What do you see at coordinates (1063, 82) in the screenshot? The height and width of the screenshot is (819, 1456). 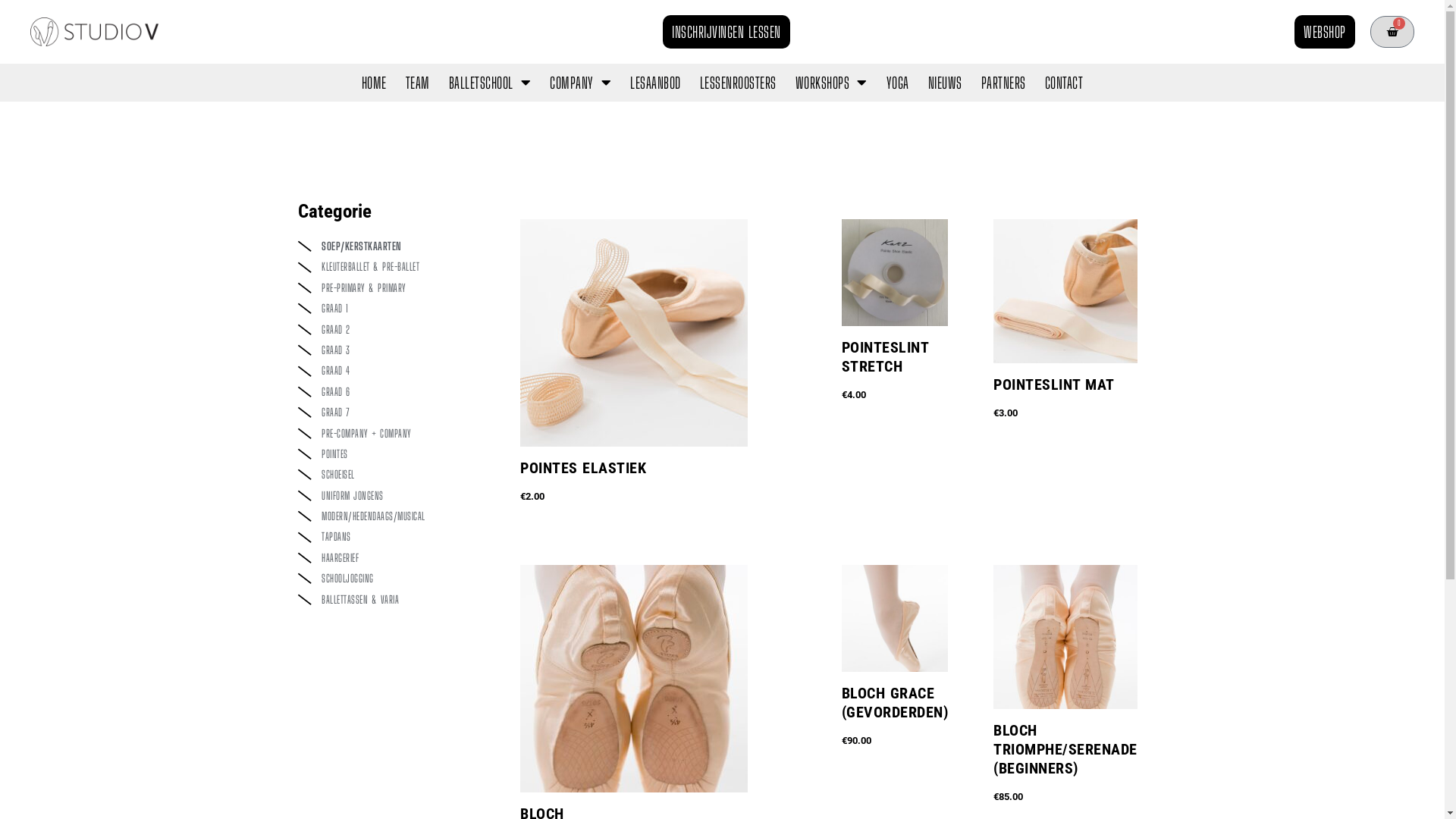 I see `'CONTACT'` at bounding box center [1063, 82].